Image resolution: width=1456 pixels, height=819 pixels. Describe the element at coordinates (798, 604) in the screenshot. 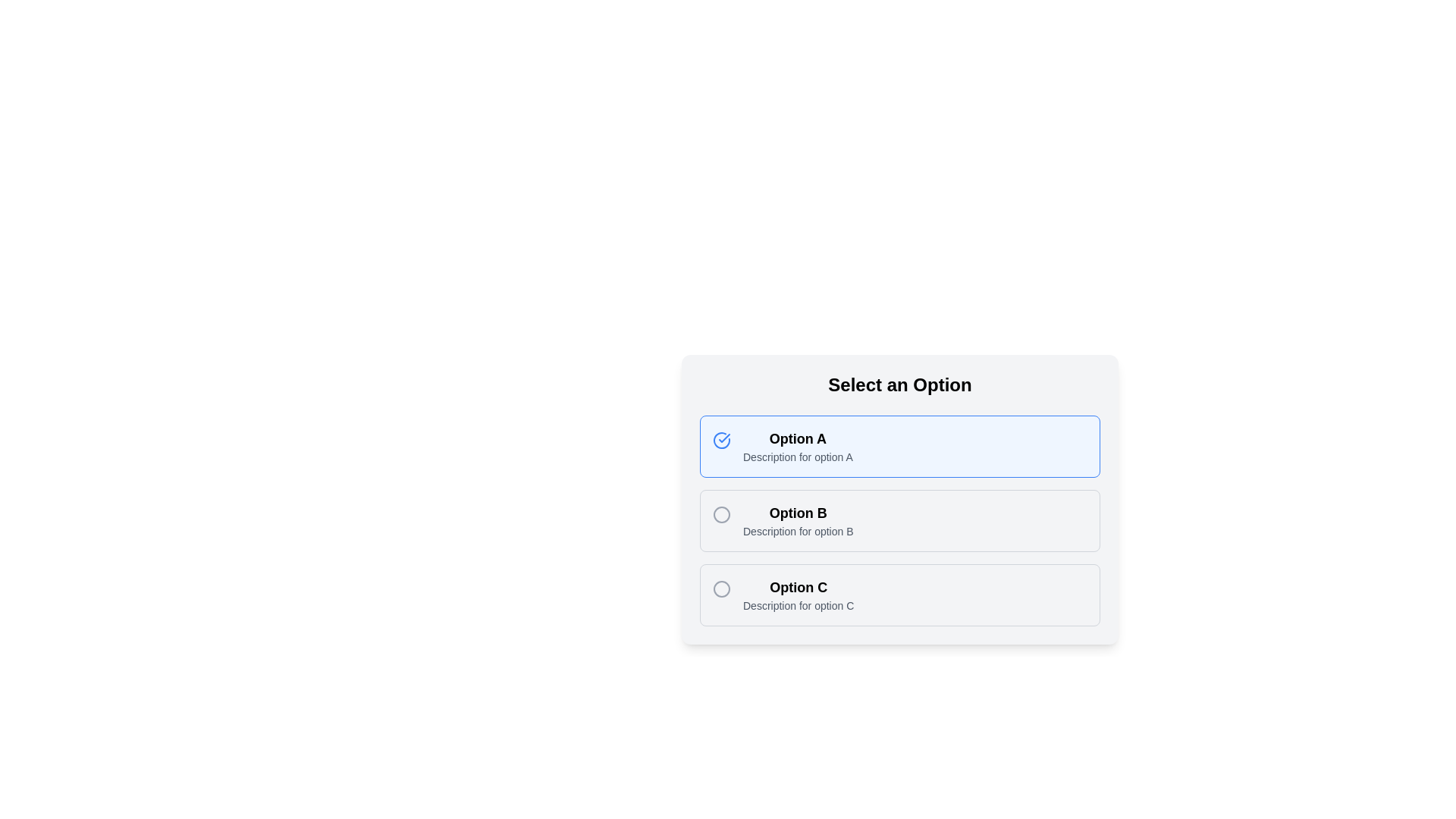

I see `the text displaying 'Description for option C' located below the bold 'Option C' text within the card labeled 'Option C'` at that location.